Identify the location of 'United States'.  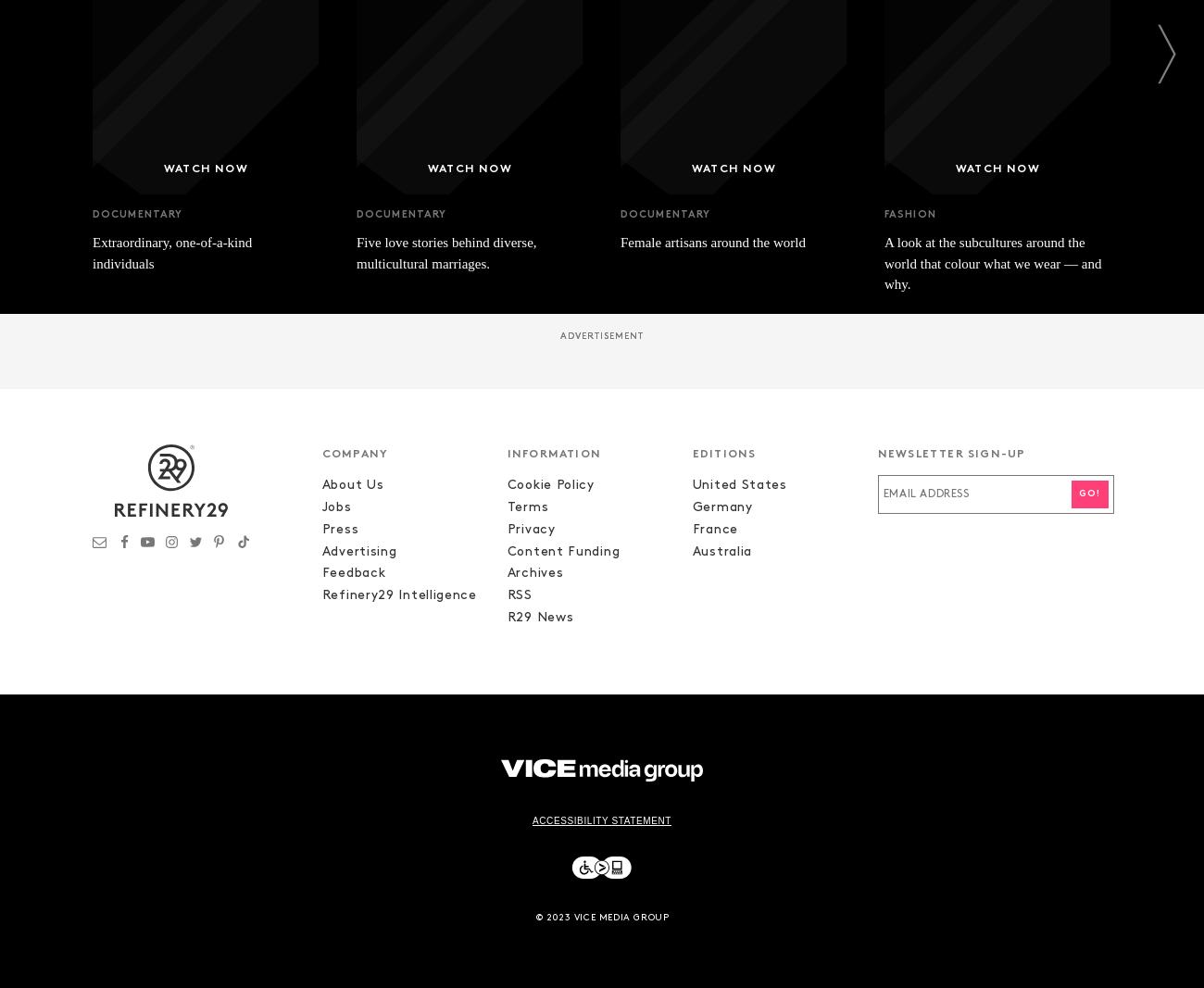
(737, 484).